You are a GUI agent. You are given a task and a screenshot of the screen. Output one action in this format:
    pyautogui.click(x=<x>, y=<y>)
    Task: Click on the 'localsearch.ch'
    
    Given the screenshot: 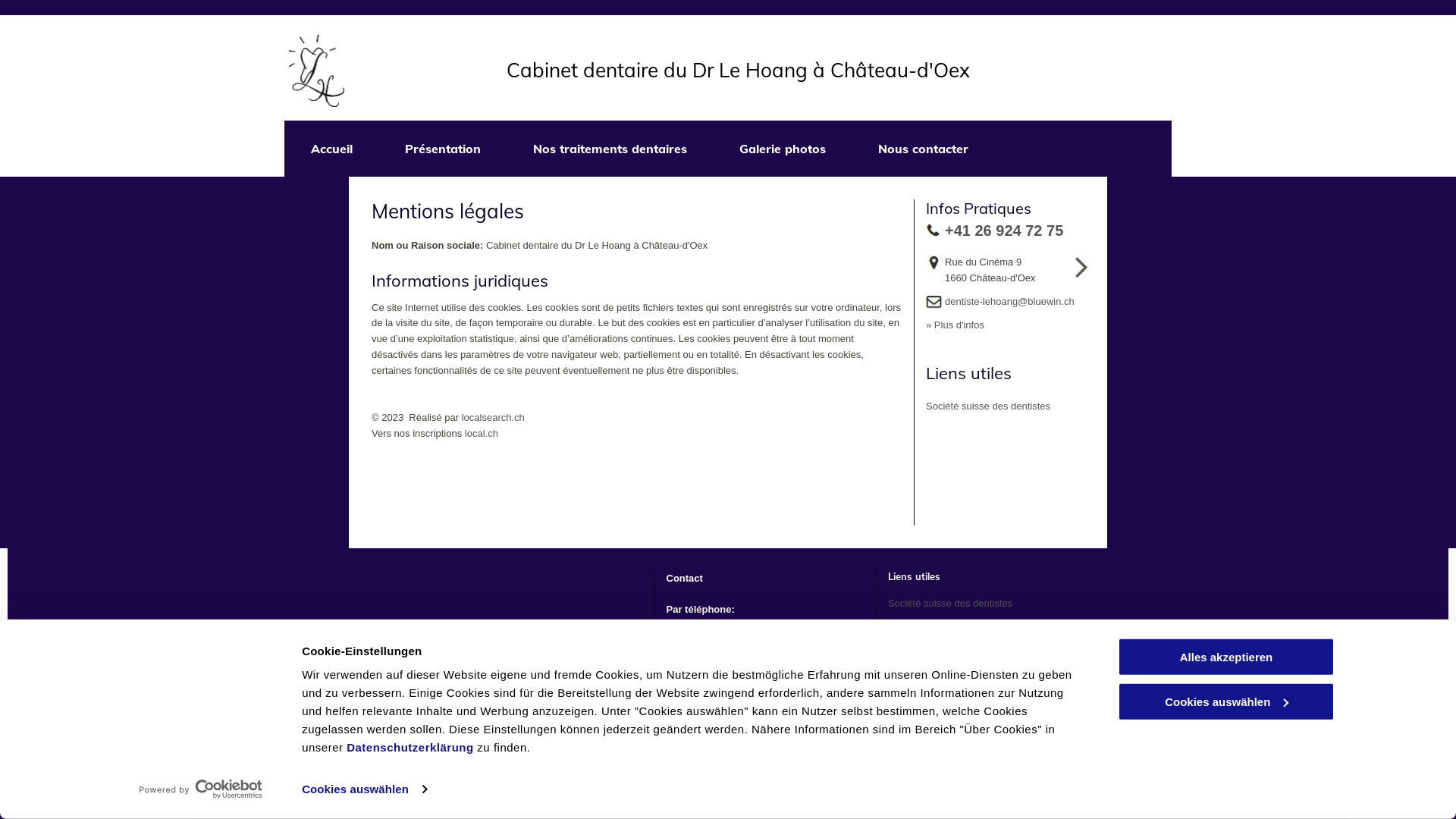 What is the action you would take?
    pyautogui.click(x=461, y=417)
    